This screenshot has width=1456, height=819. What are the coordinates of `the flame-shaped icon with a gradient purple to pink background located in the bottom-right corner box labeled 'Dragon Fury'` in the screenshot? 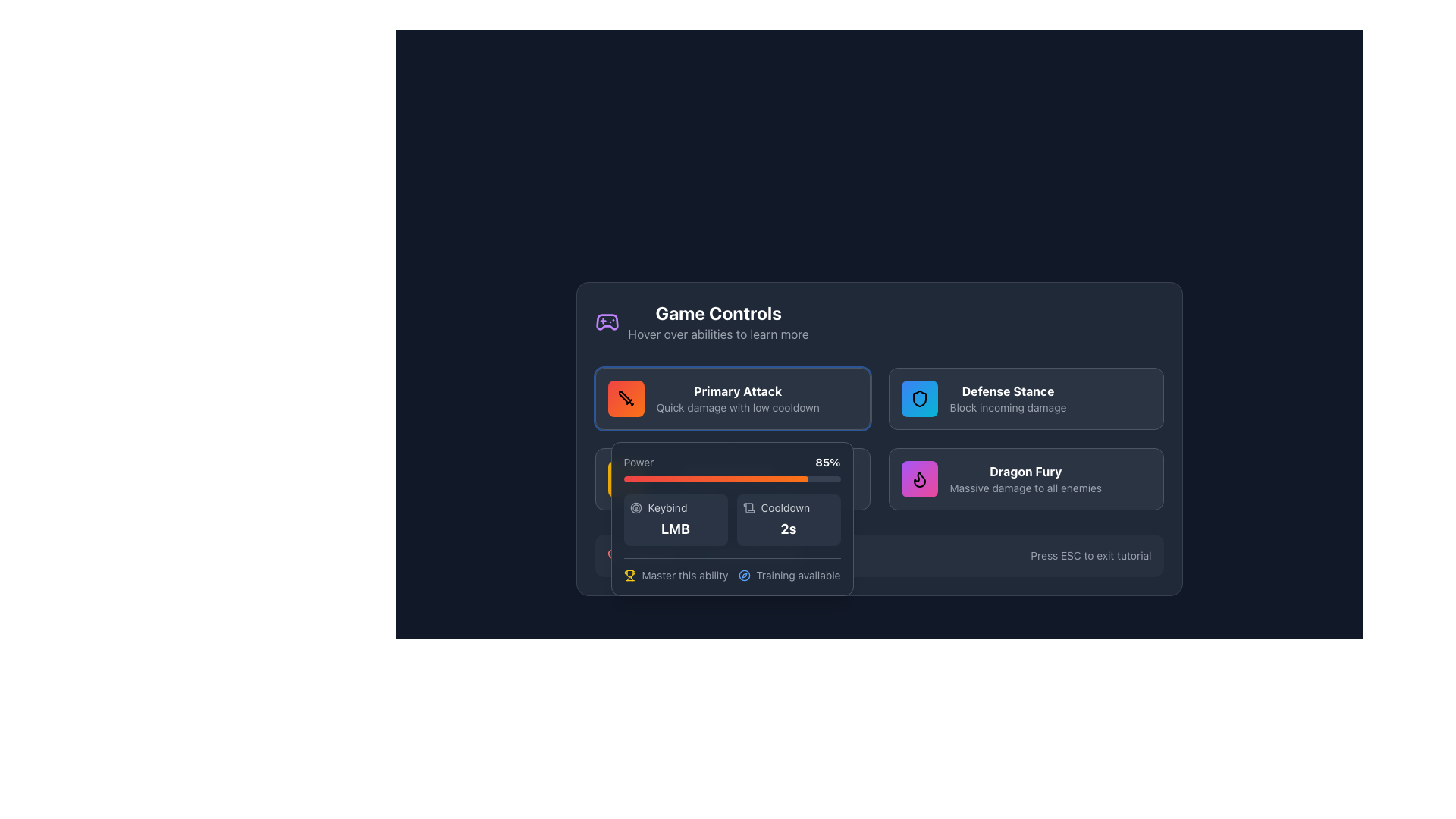 It's located at (918, 479).